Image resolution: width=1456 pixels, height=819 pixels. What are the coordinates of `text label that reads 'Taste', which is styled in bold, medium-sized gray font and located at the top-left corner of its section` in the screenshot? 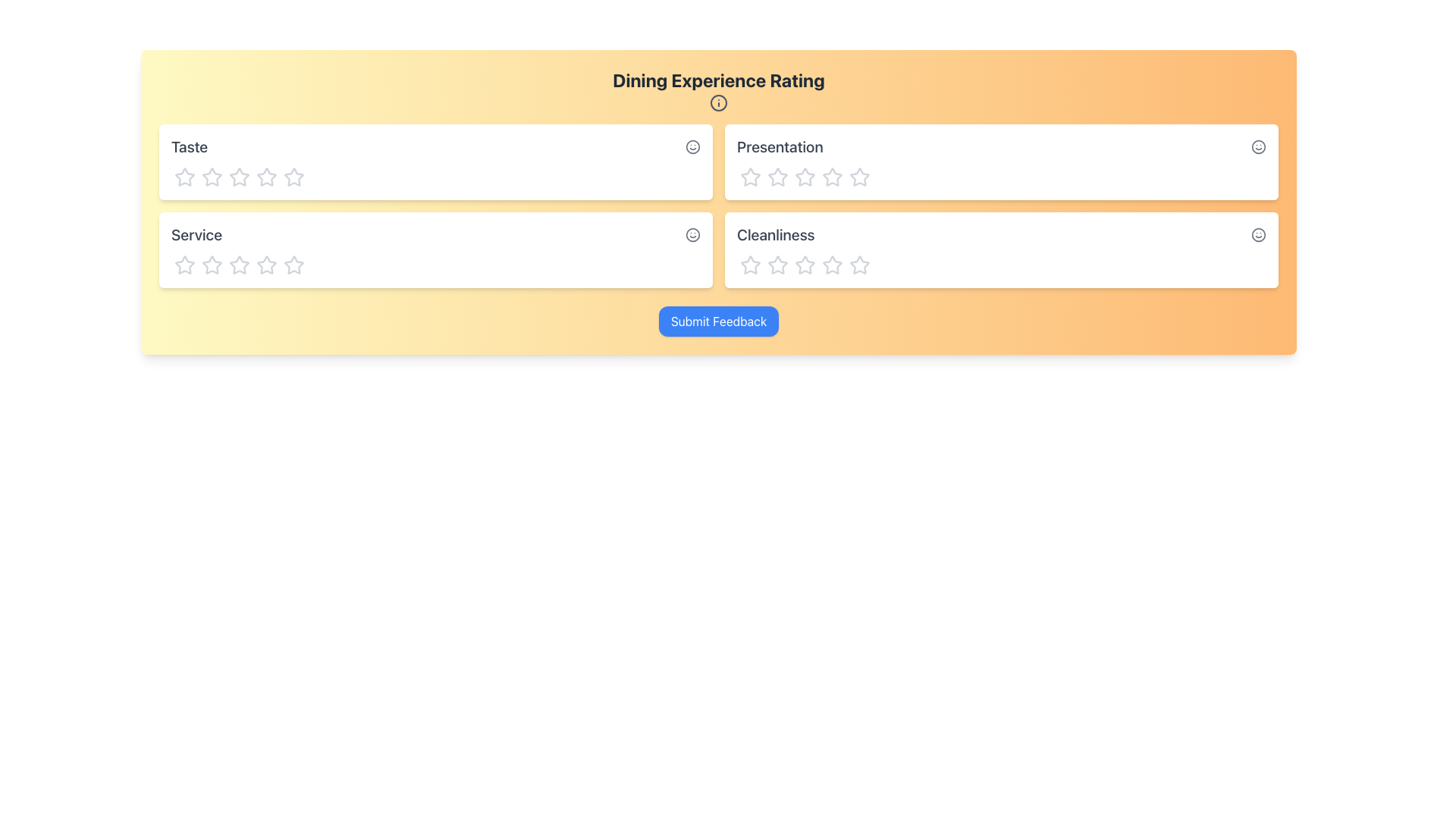 It's located at (189, 146).